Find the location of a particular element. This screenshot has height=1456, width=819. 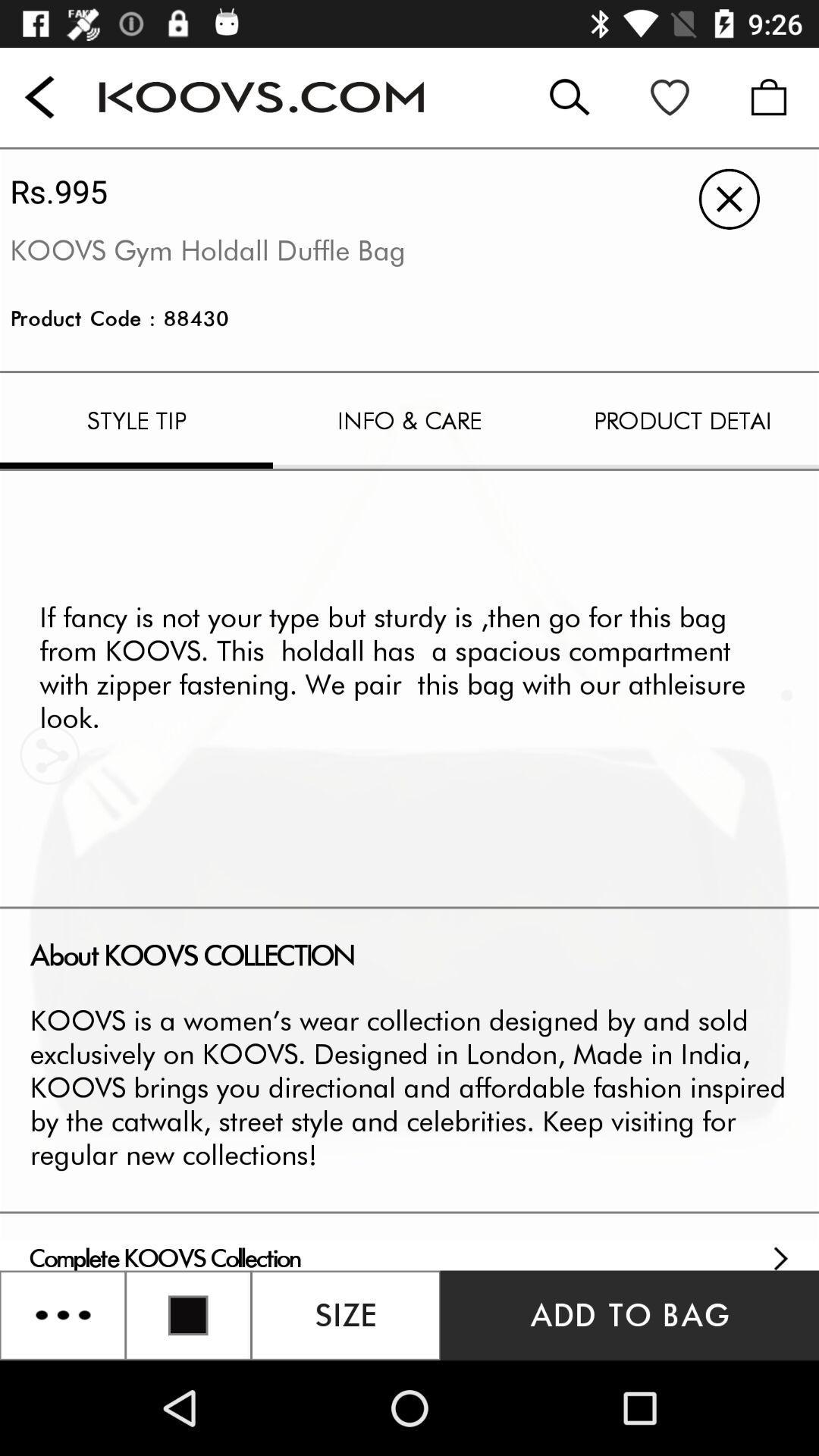

the option which is left side to size option is located at coordinates (187, 1314).